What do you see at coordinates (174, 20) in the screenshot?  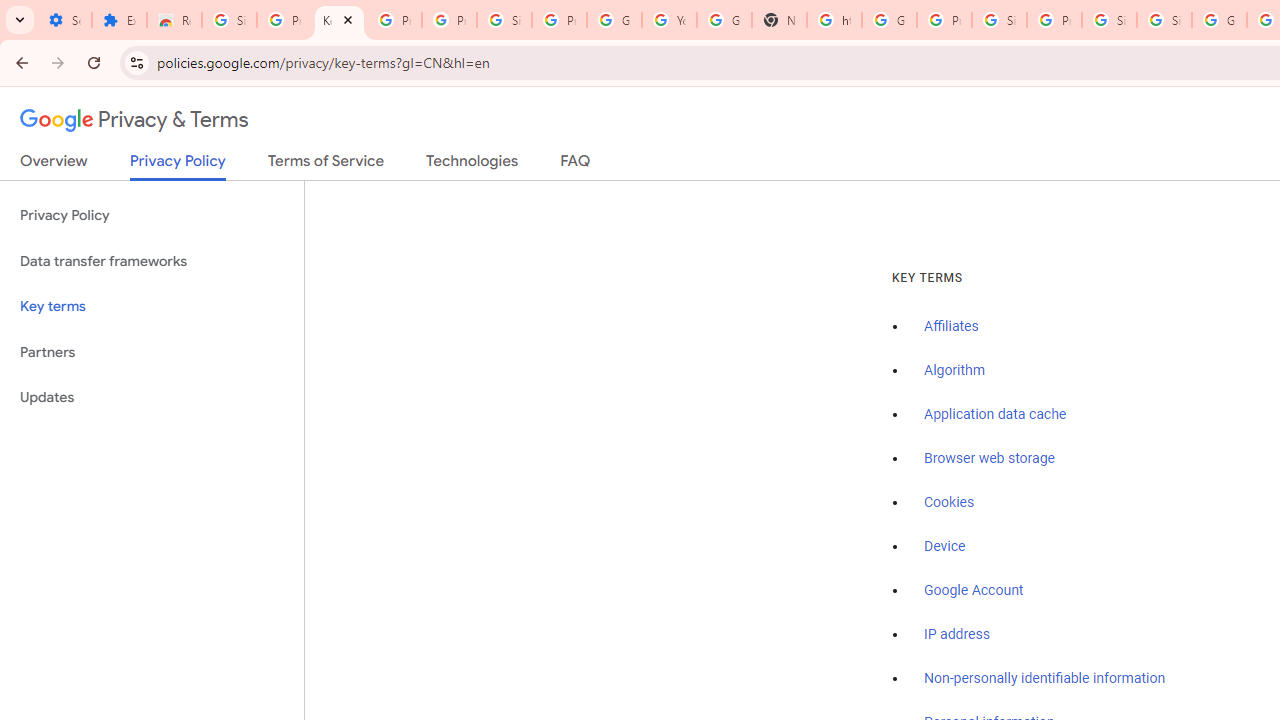 I see `'Reviews: Helix Fruit Jump Arcade Game'` at bounding box center [174, 20].